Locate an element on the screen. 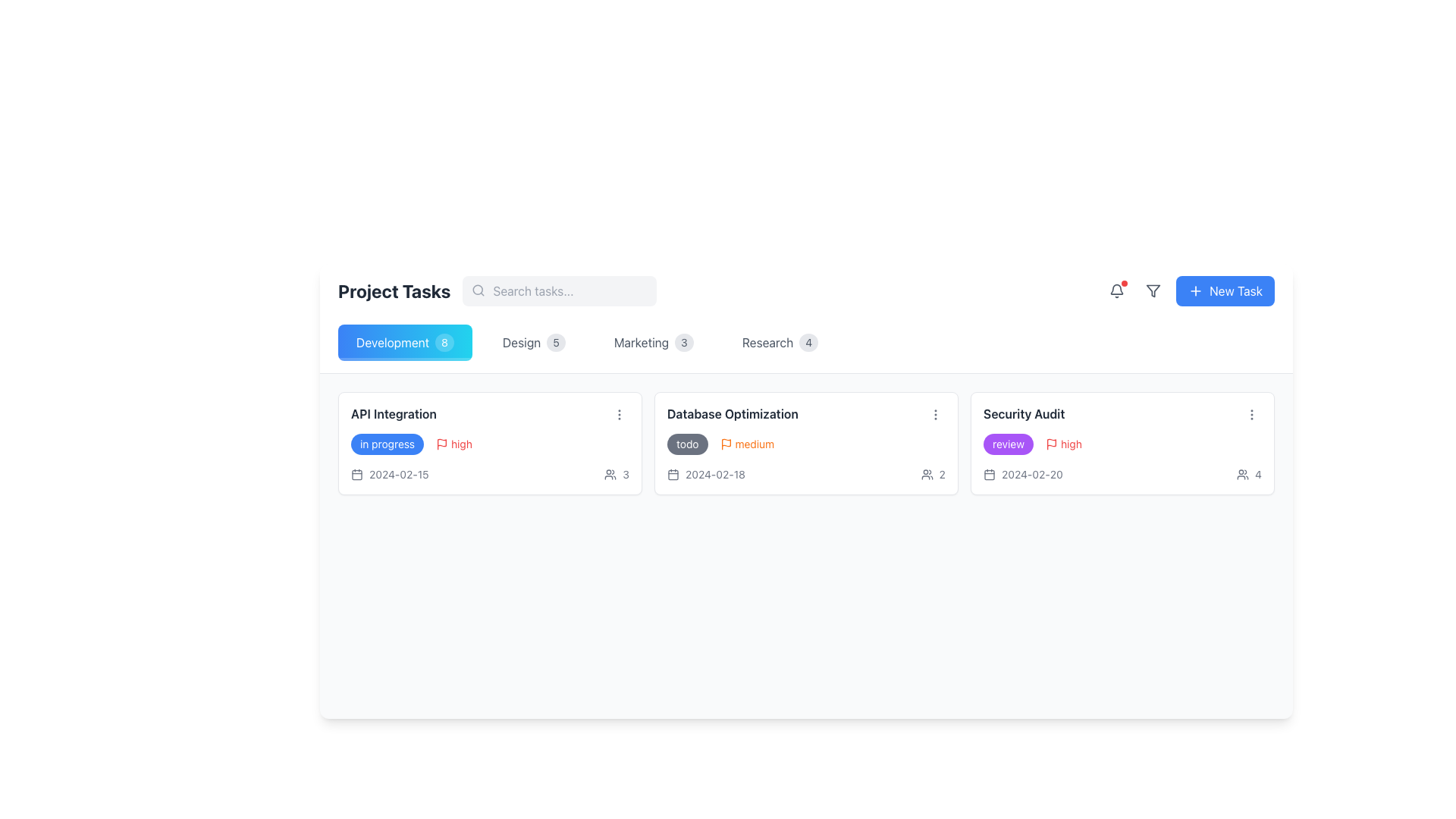 This screenshot has width=1456, height=819. the button located on the far-right above the task details in the 'Database Optimization' card is located at coordinates (934, 415).